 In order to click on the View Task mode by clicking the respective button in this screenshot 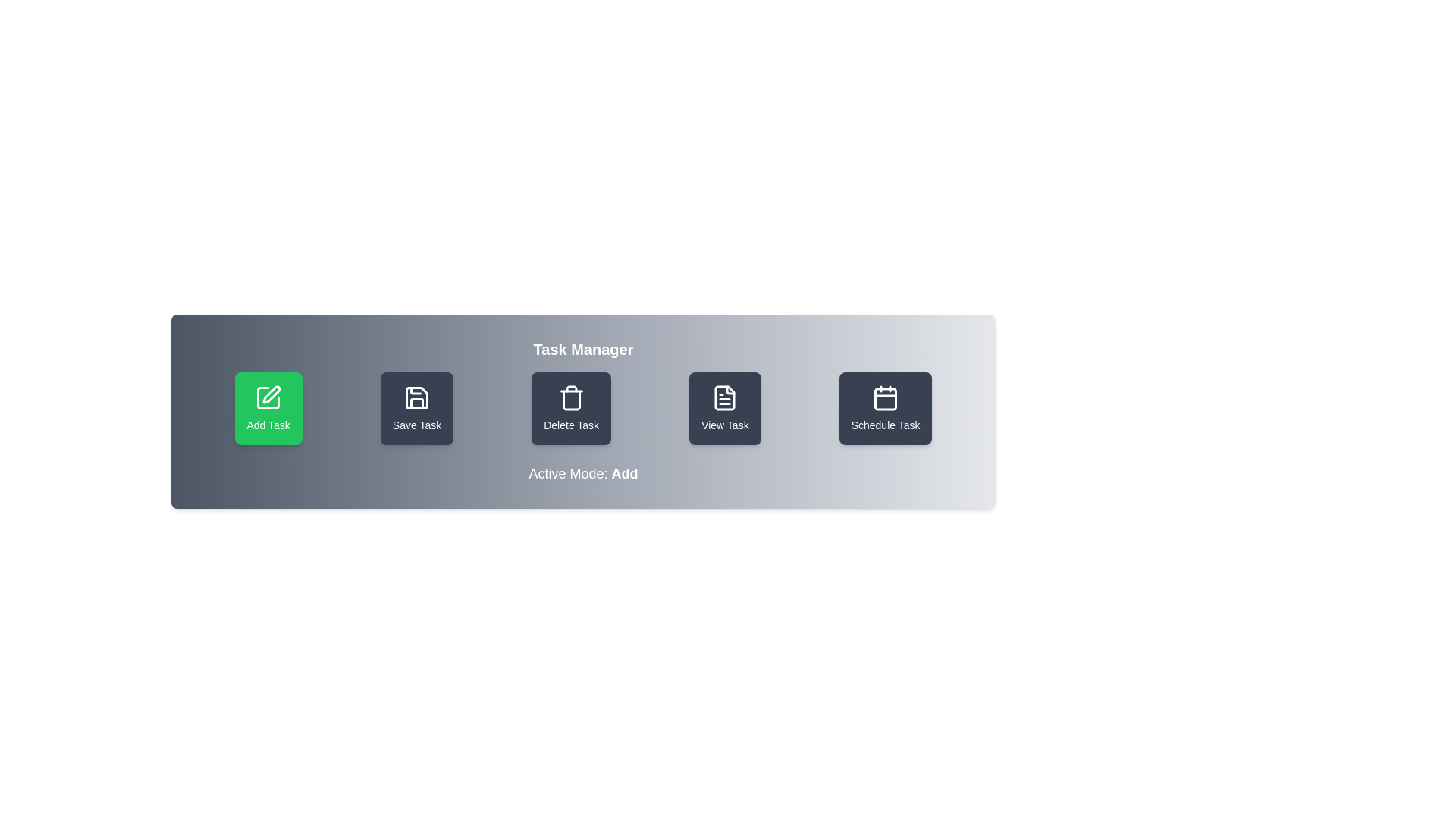, I will do `click(723, 408)`.